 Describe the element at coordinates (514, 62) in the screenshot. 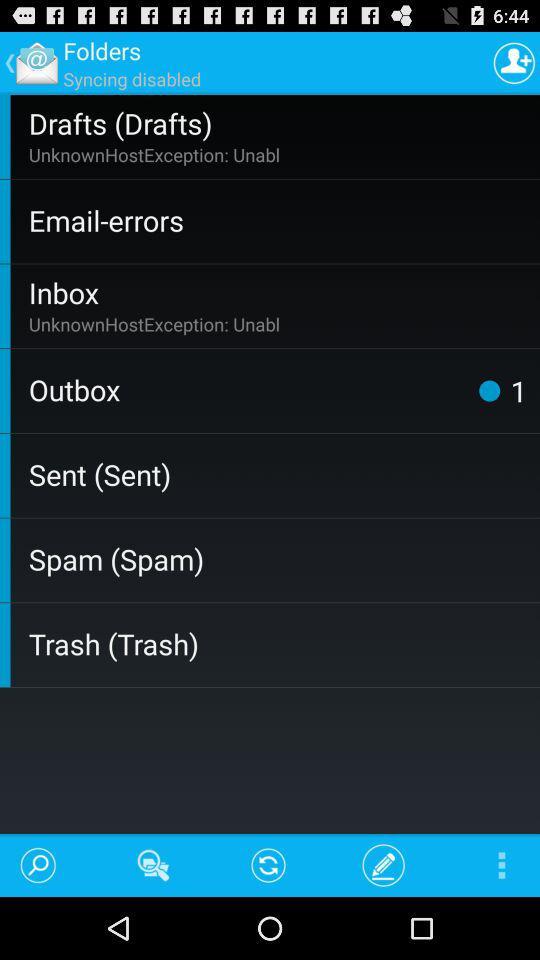

I see `contact` at that location.